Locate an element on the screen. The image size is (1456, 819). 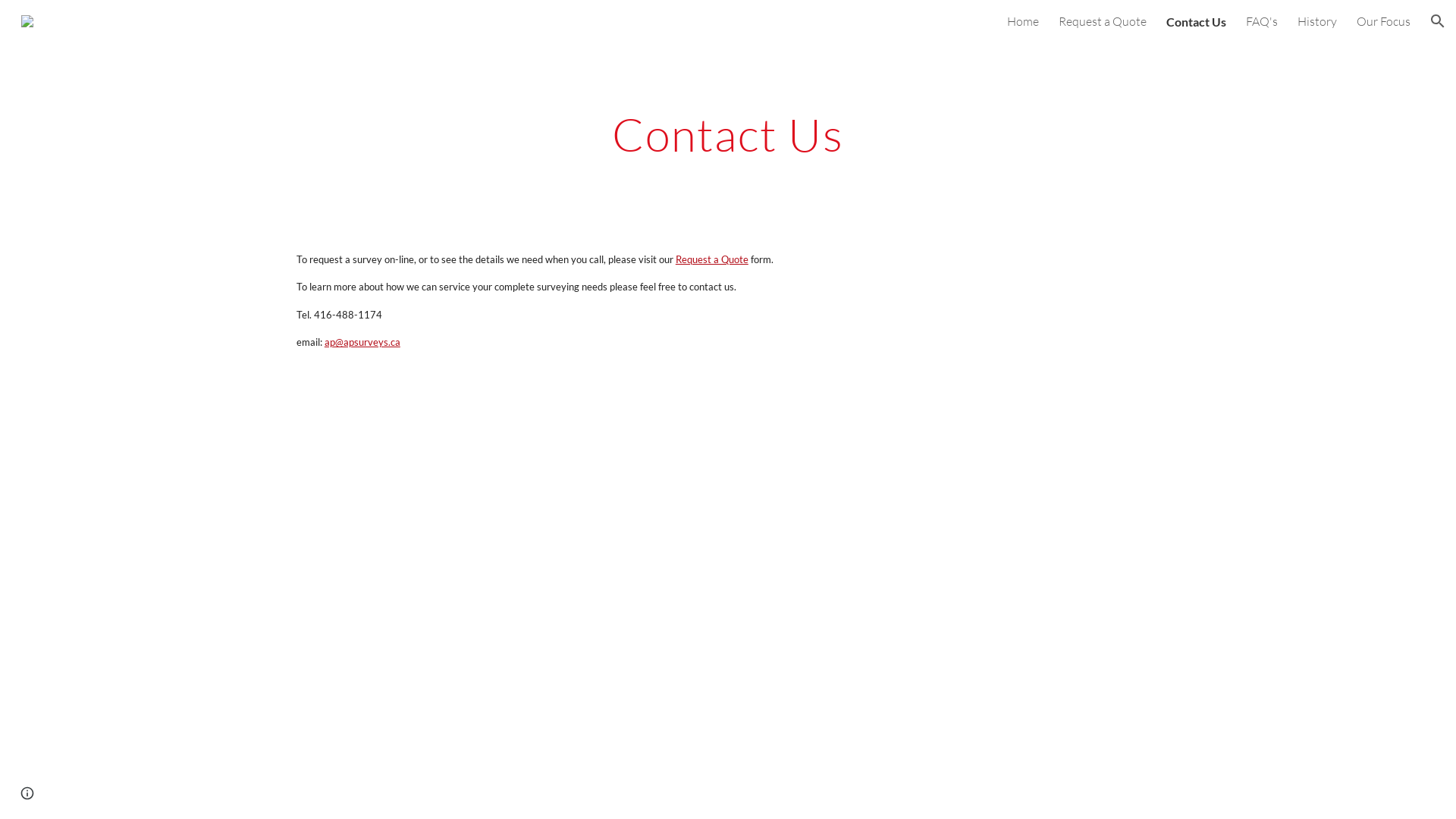
'Home' is located at coordinates (1022, 20).